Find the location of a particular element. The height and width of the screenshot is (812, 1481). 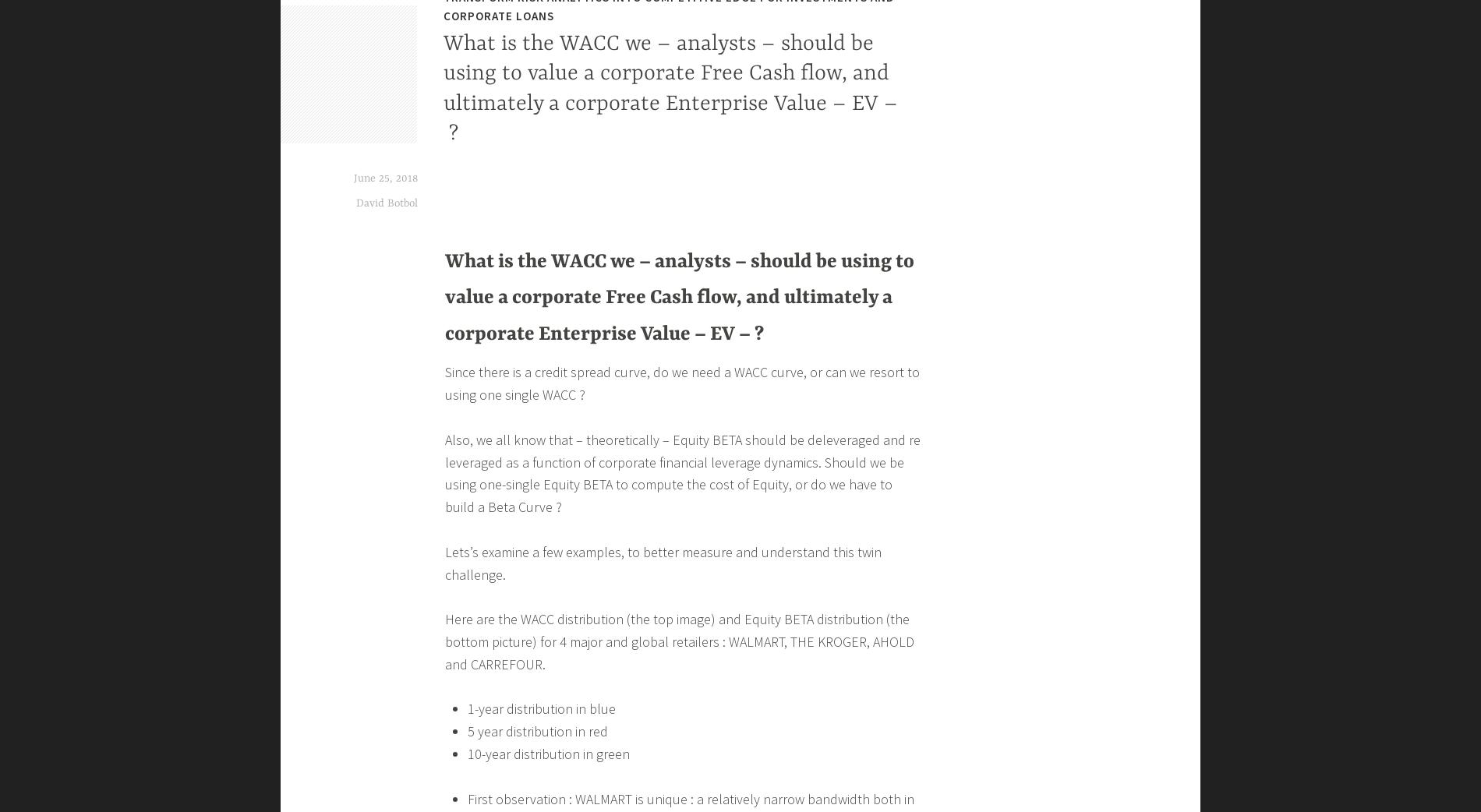

'Website' is located at coordinates (470, 97).